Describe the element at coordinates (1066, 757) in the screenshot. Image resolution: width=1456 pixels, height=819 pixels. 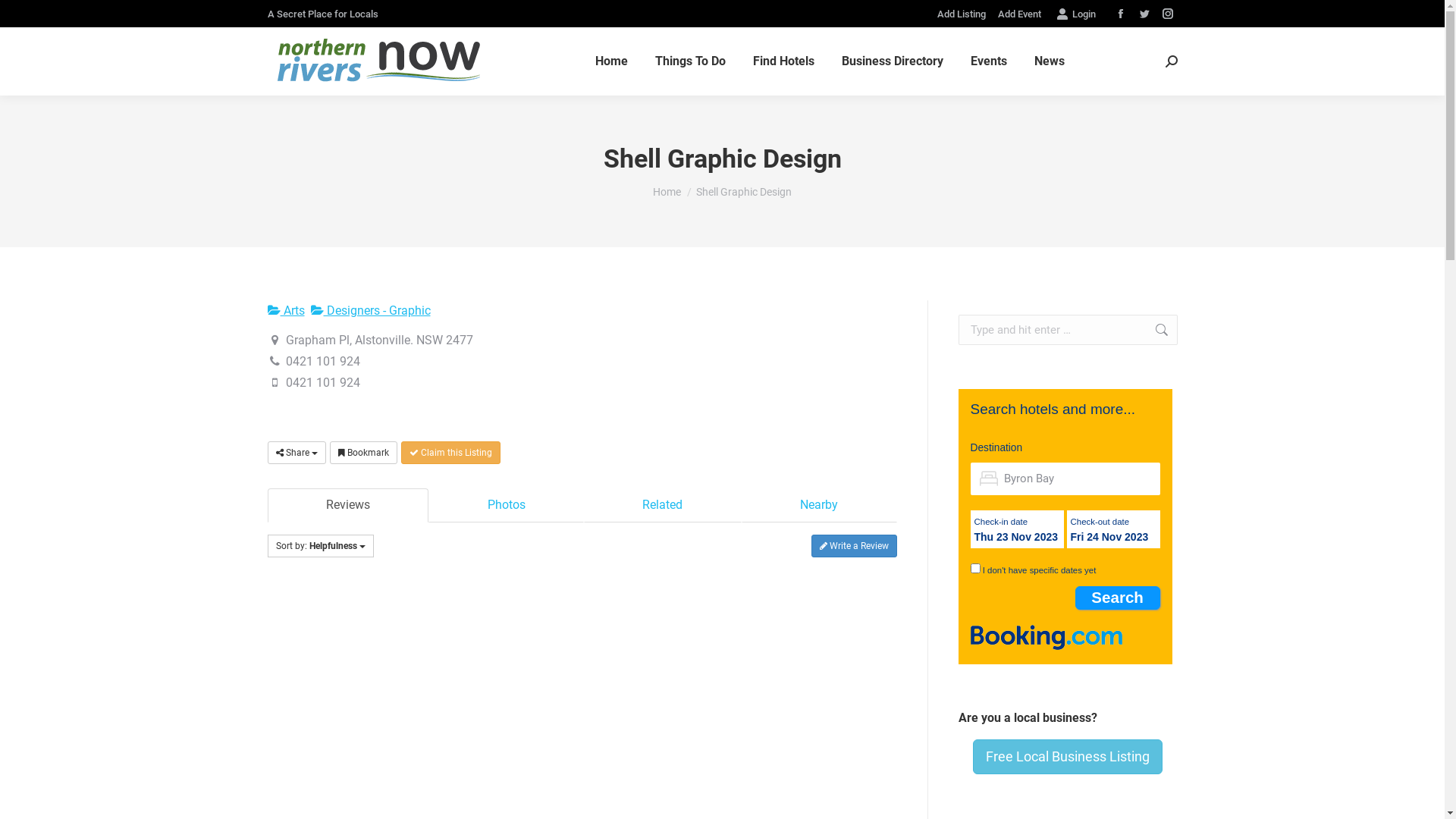
I see `'Free Local Business Listing'` at that location.